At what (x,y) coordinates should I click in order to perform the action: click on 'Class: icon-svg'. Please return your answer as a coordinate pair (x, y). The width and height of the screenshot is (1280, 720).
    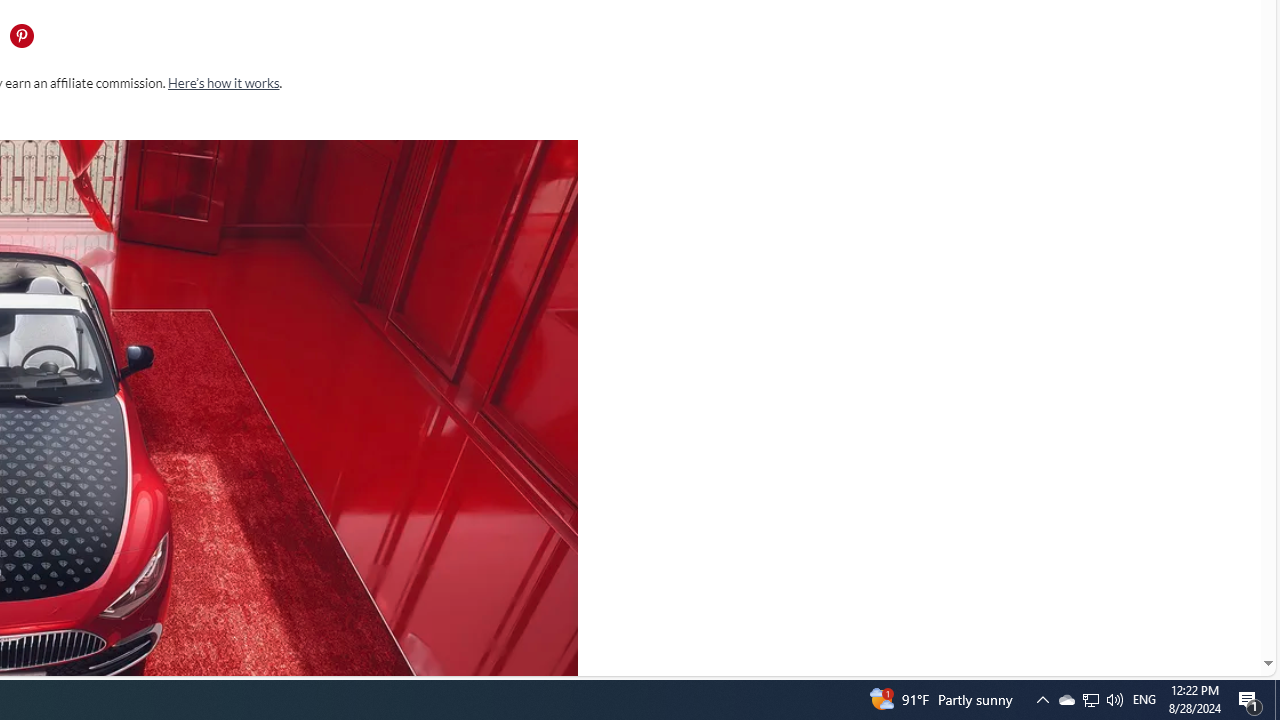
    Looking at the image, I should click on (21, 36).